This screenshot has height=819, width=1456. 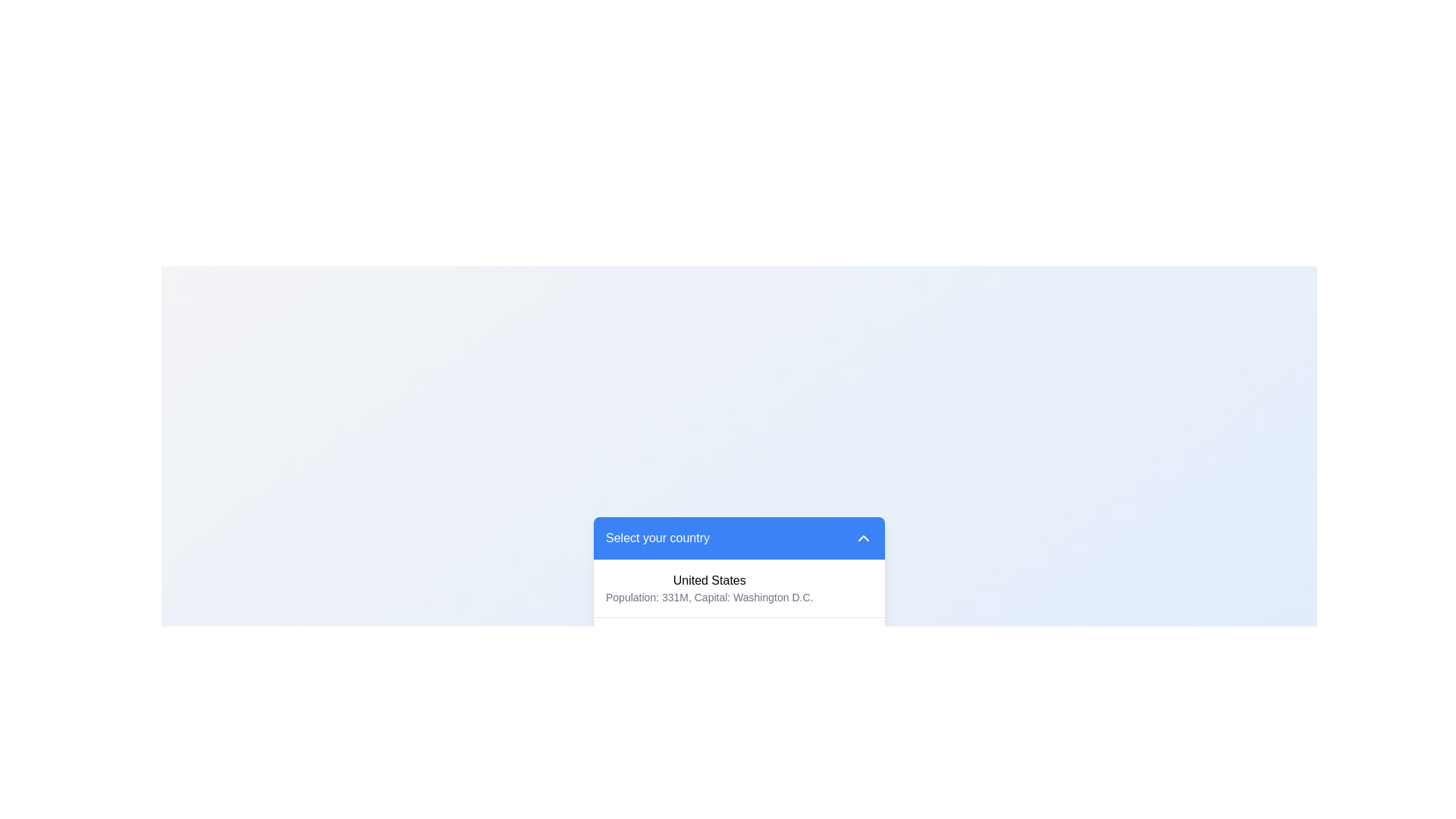 What do you see at coordinates (739, 587) in the screenshot?
I see `the list item representing 'United States'` at bounding box center [739, 587].